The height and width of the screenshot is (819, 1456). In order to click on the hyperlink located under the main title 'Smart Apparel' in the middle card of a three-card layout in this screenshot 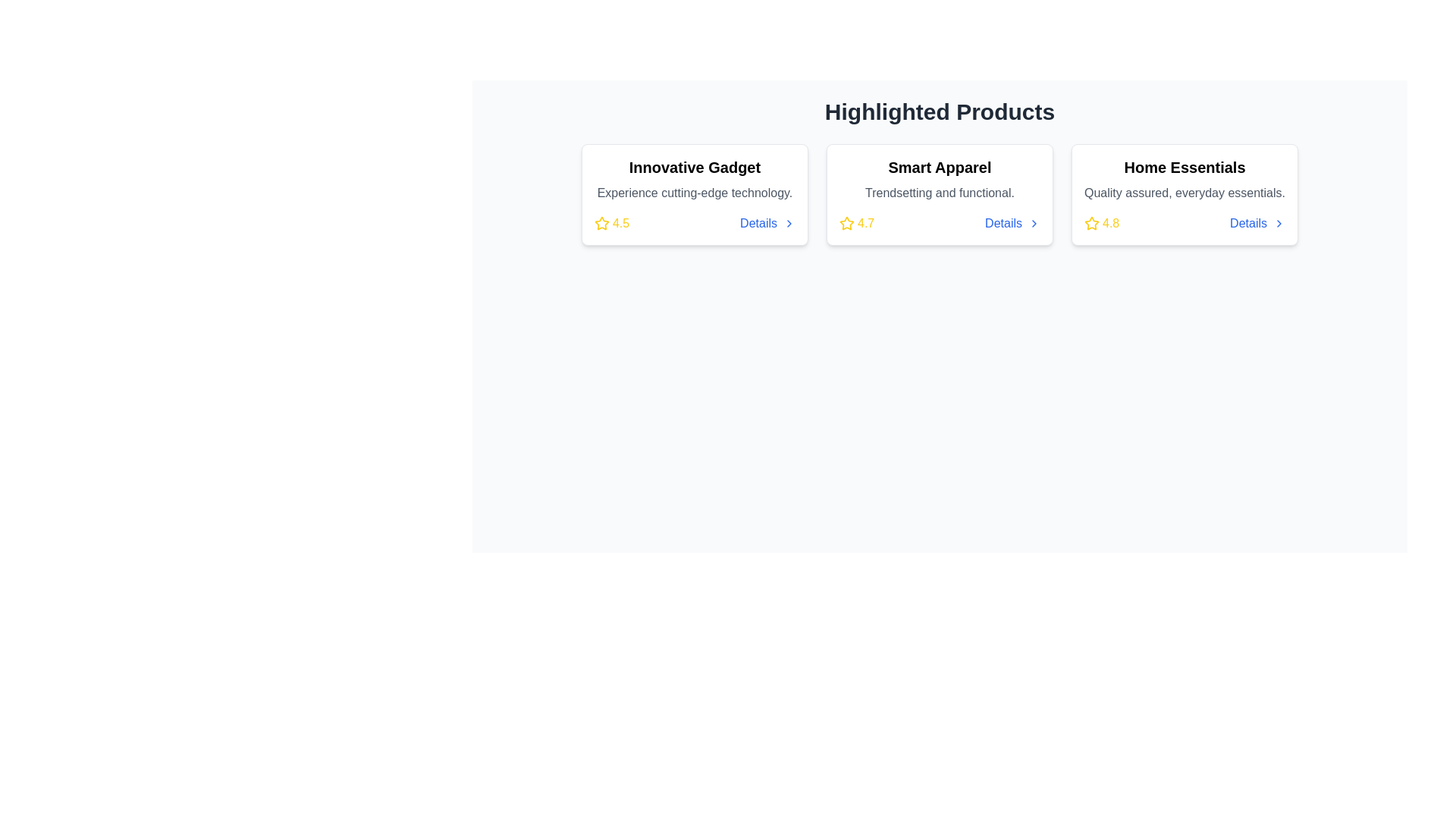, I will do `click(1003, 223)`.